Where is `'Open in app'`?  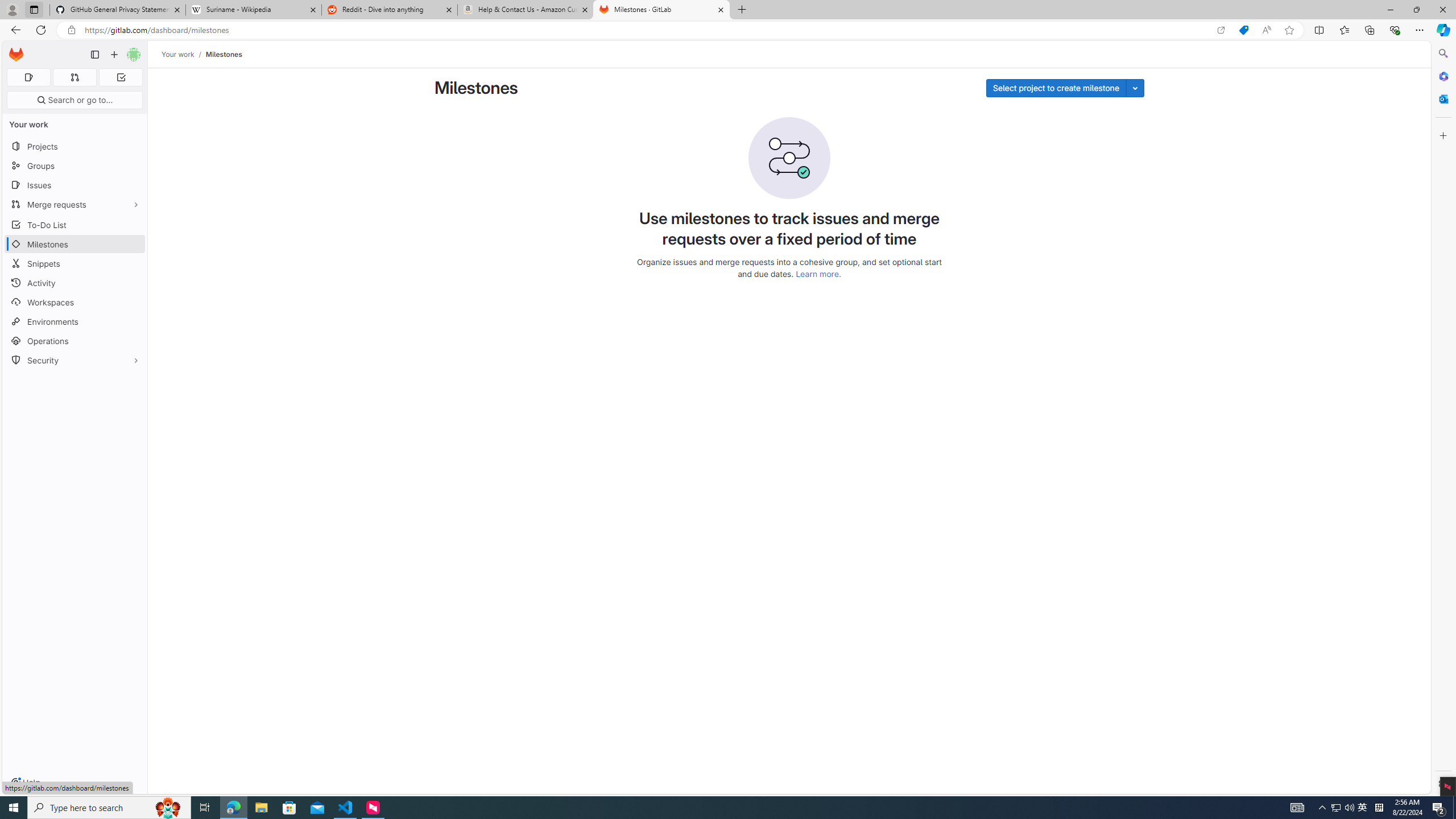
'Open in app' is located at coordinates (1220, 30).